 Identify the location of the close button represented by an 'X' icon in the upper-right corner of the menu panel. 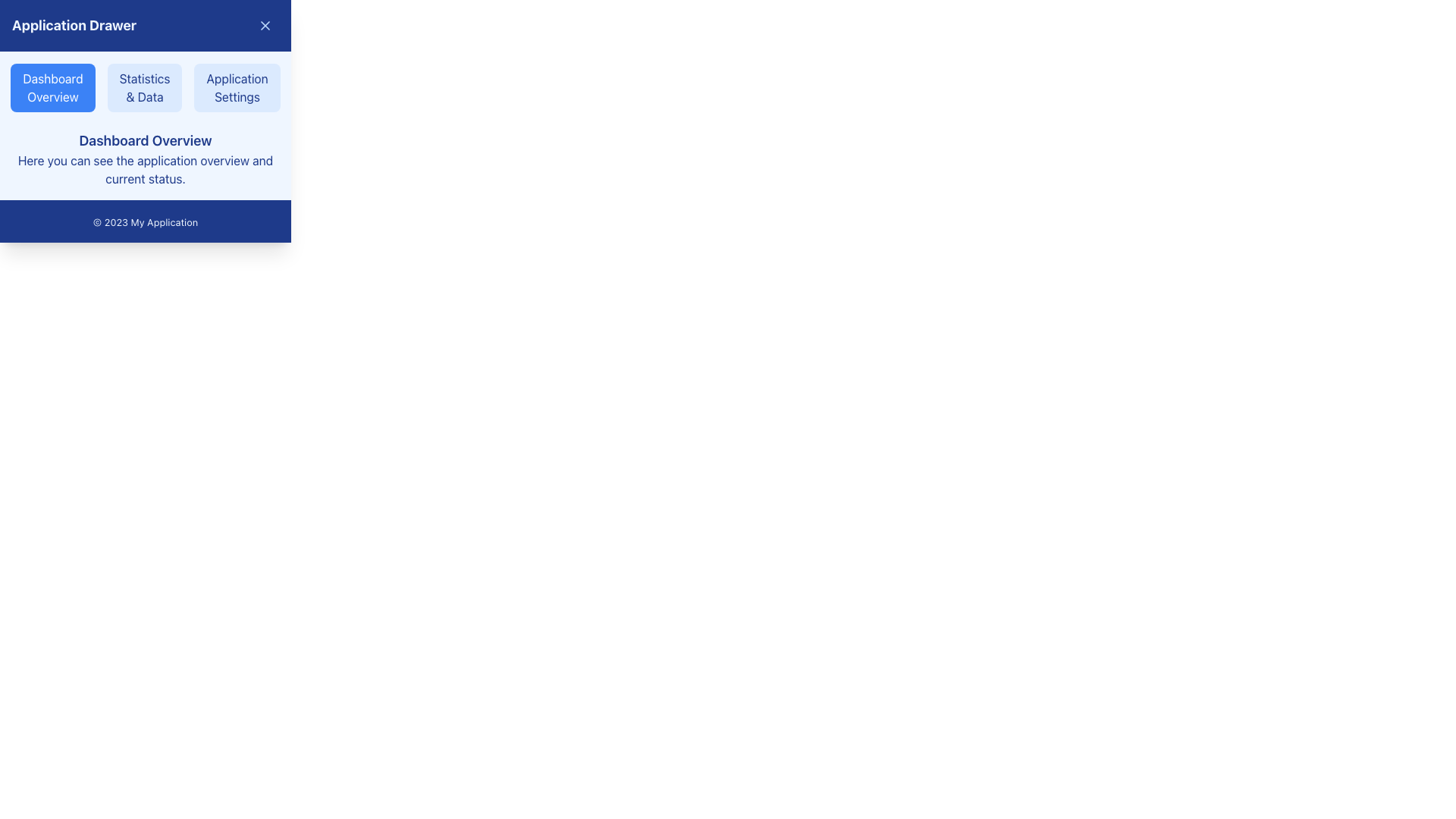
(265, 26).